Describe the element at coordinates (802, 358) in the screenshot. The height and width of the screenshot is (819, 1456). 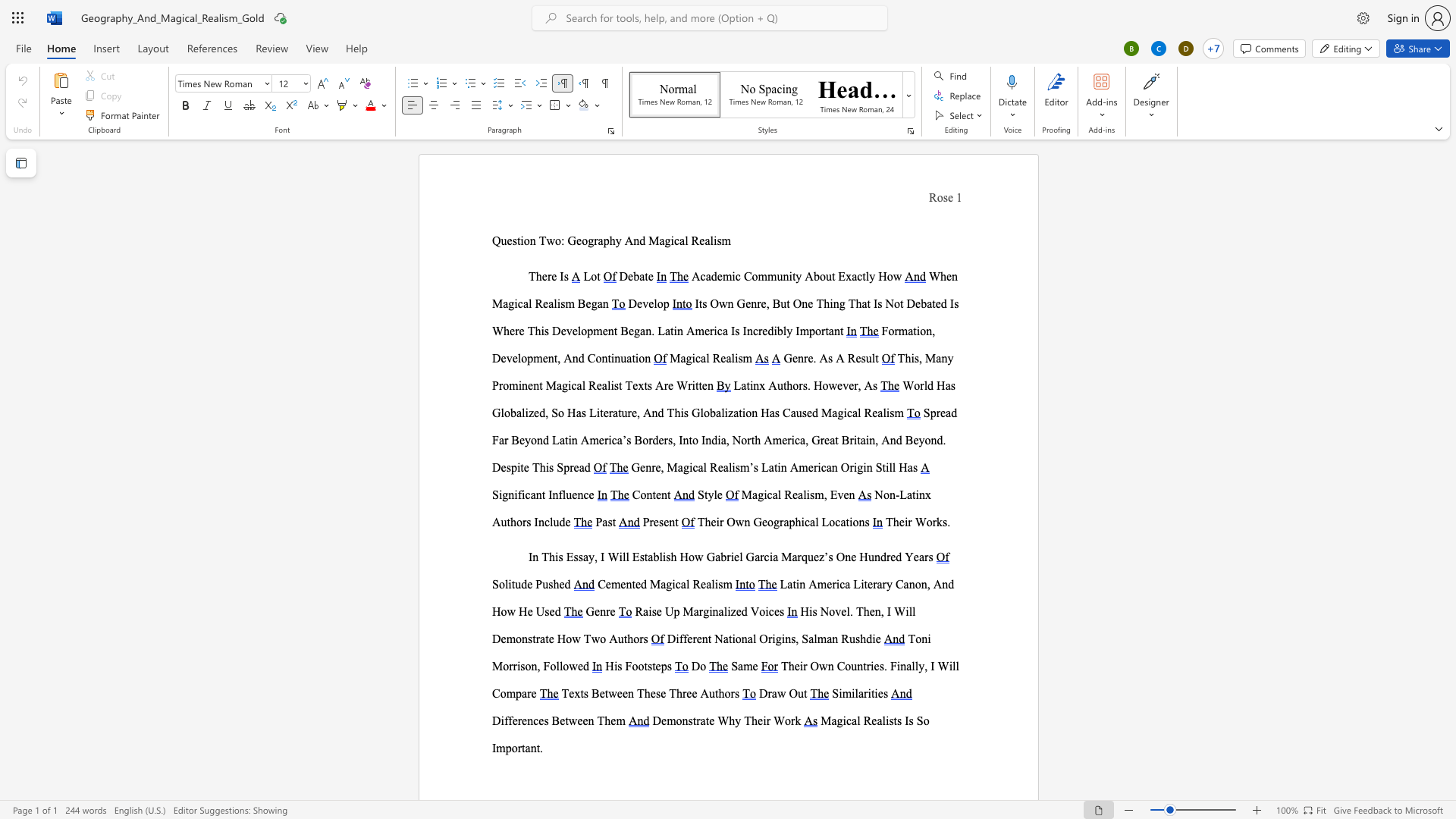
I see `the space between the continuous character "n" and "r" in the text` at that location.